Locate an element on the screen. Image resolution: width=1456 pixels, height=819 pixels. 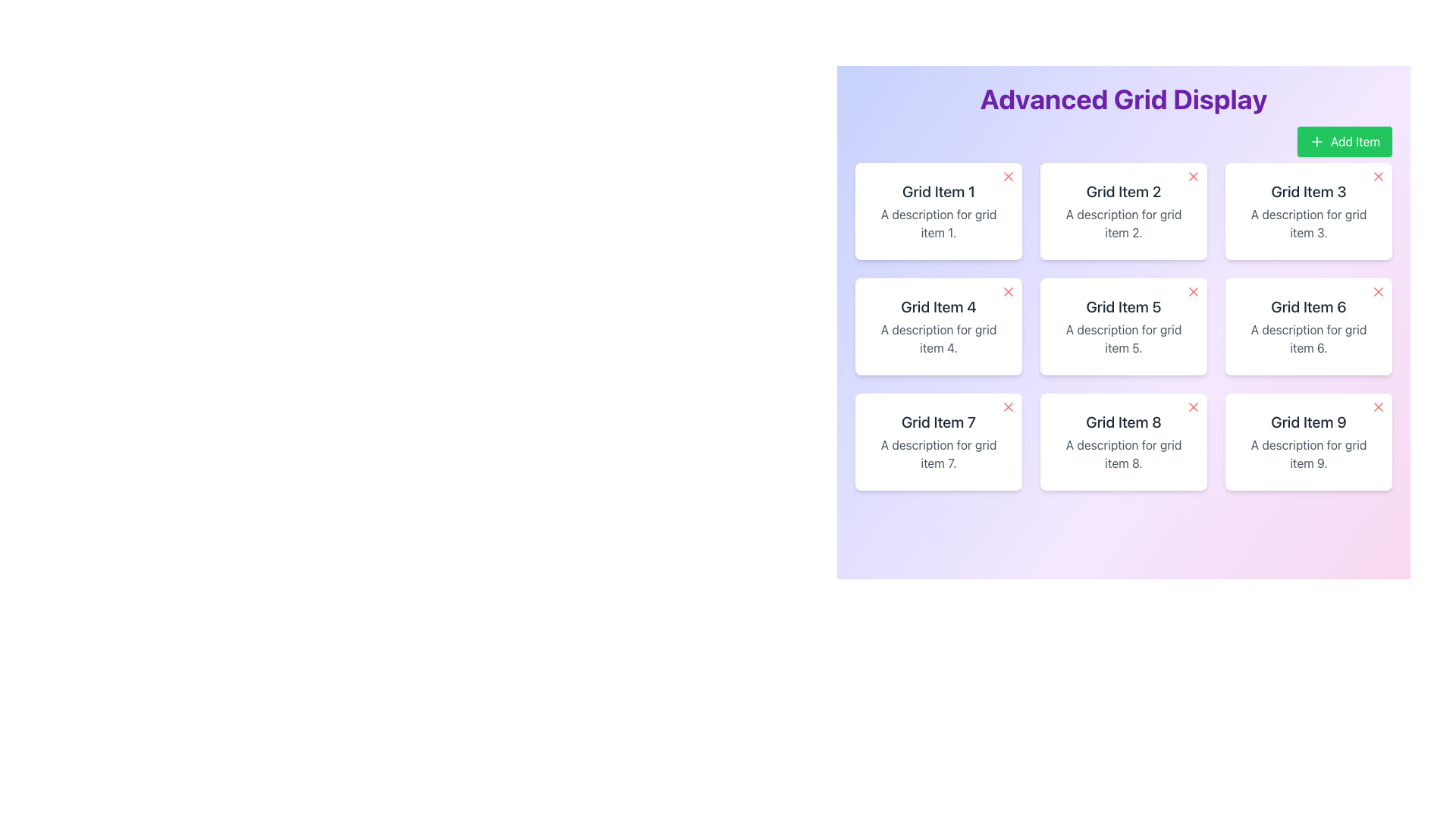
static text label providing additional information about 'Grid Item 8', located beneath the title text within its card is located at coordinates (1124, 453).